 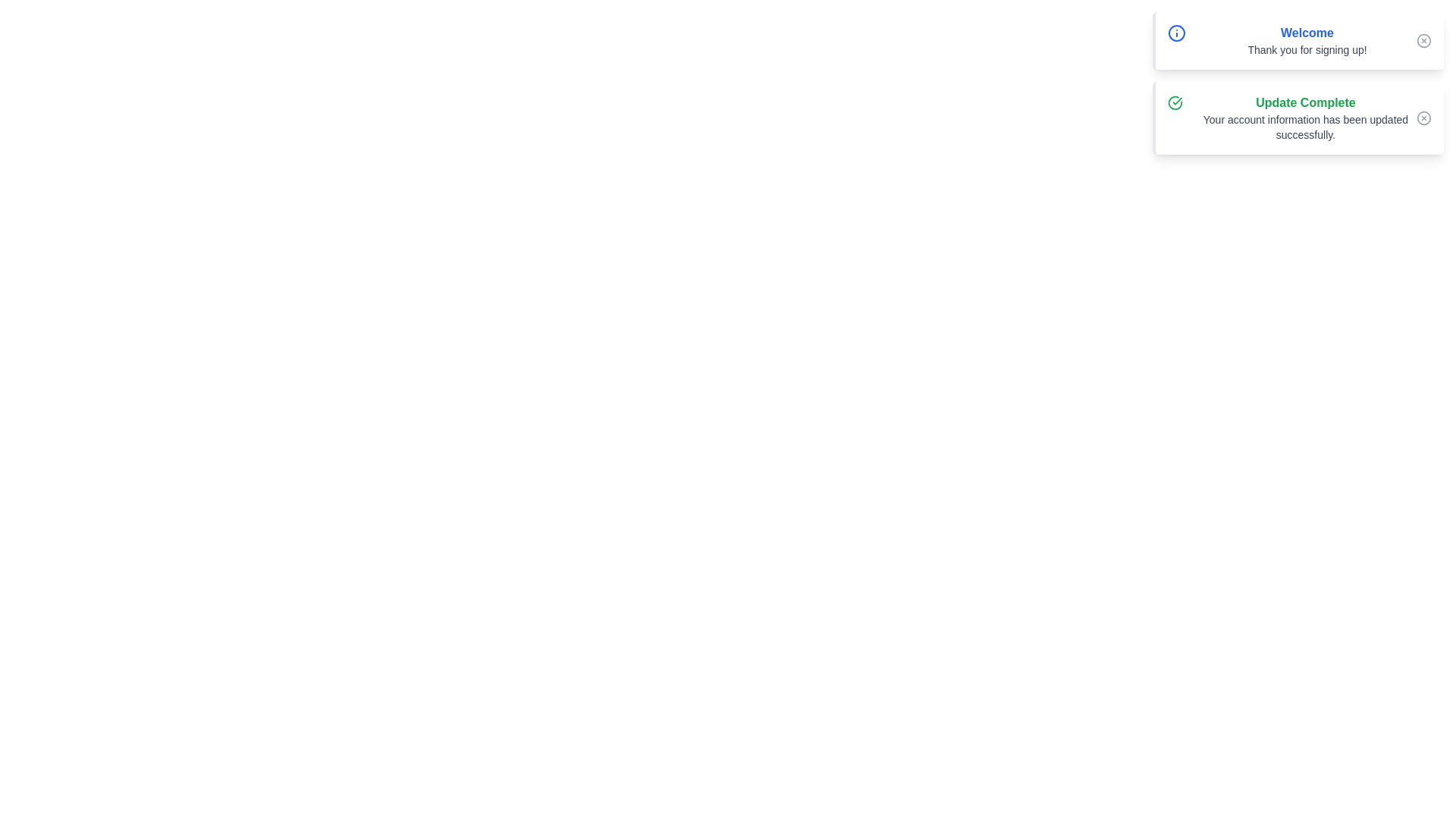 What do you see at coordinates (1304, 102) in the screenshot?
I see `the headline text of the notification indicating successful completion of an update operation, which is centrally aligned at the top of its notification card` at bounding box center [1304, 102].